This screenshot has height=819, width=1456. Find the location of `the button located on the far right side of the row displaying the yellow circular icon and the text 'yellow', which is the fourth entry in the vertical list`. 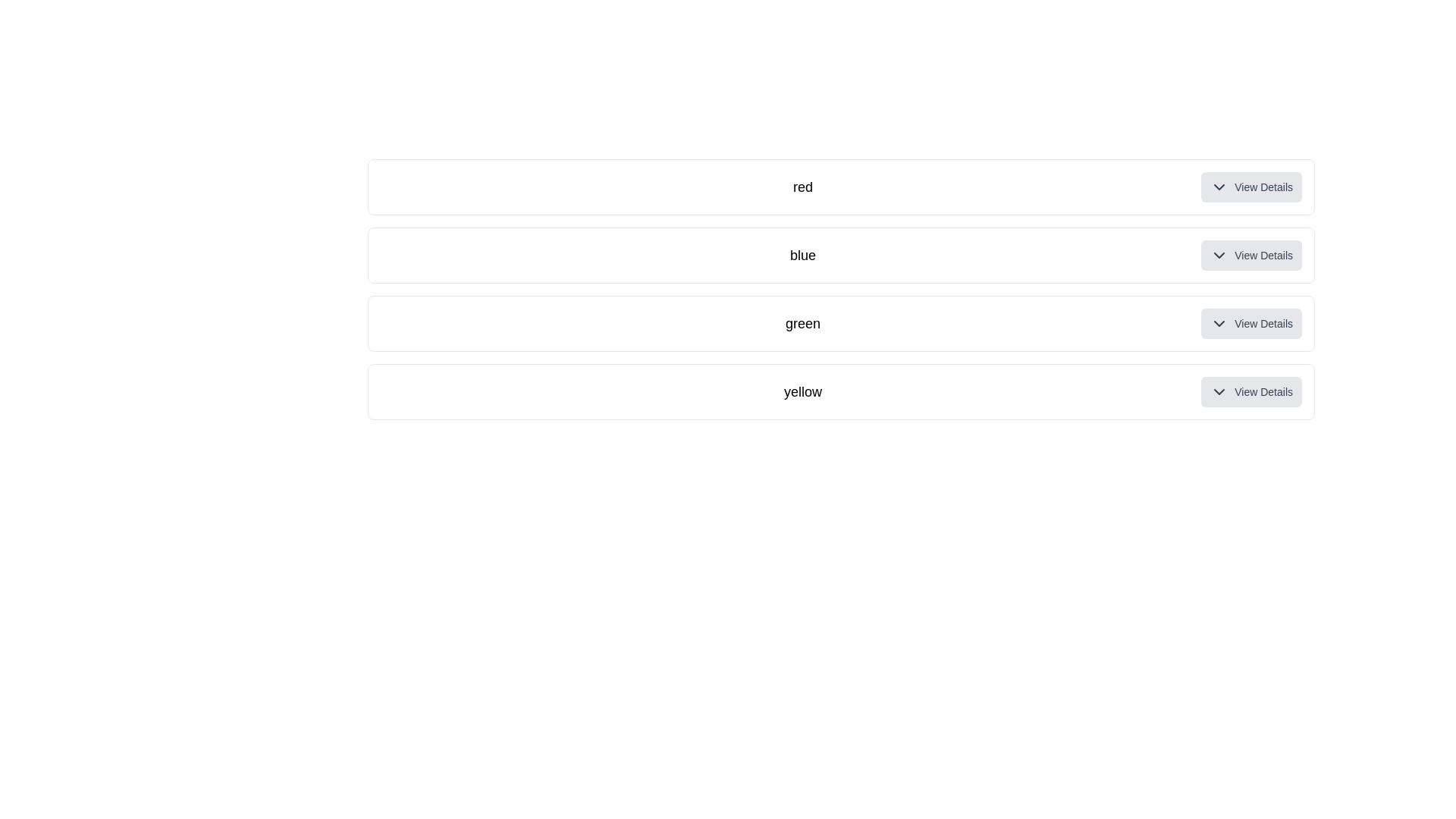

the button located on the far right side of the row displaying the yellow circular icon and the text 'yellow', which is the fourth entry in the vertical list is located at coordinates (1251, 391).